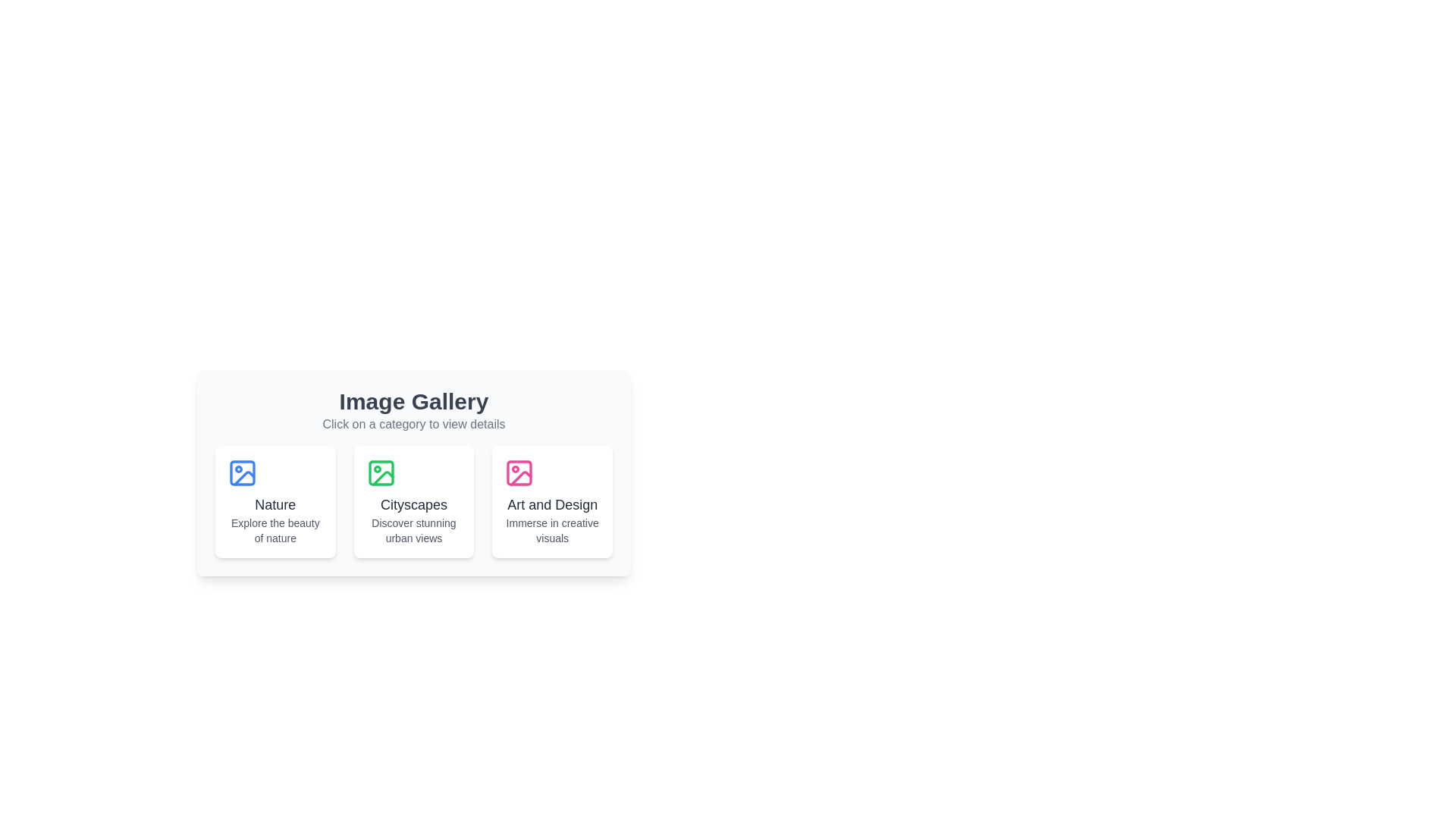  I want to click on the pink 40x40 icon displaying an image frame with a mountain-like graphic located in the 'Art and Design' card, so click(519, 472).